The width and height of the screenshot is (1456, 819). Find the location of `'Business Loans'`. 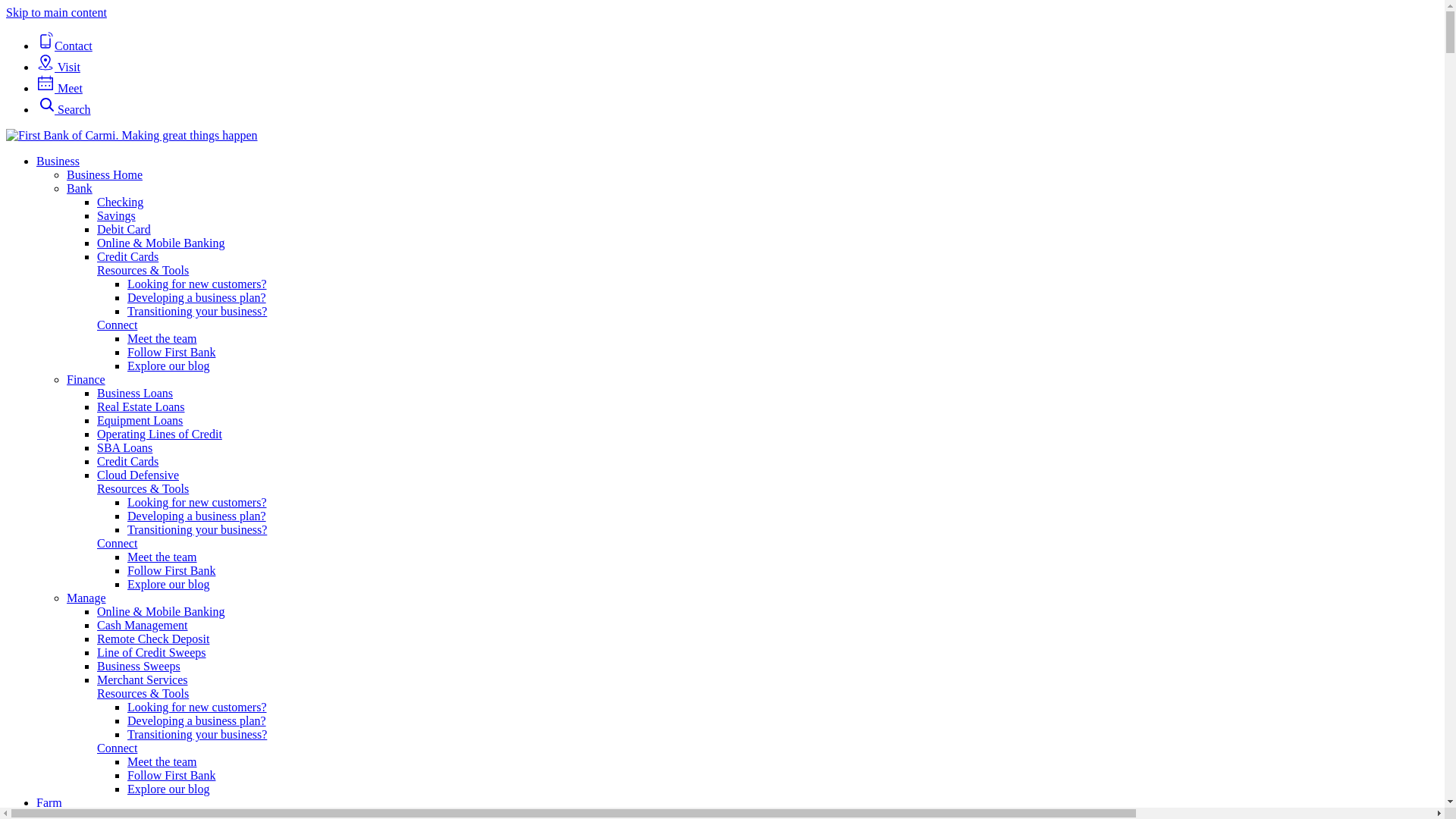

'Business Loans' is located at coordinates (96, 392).